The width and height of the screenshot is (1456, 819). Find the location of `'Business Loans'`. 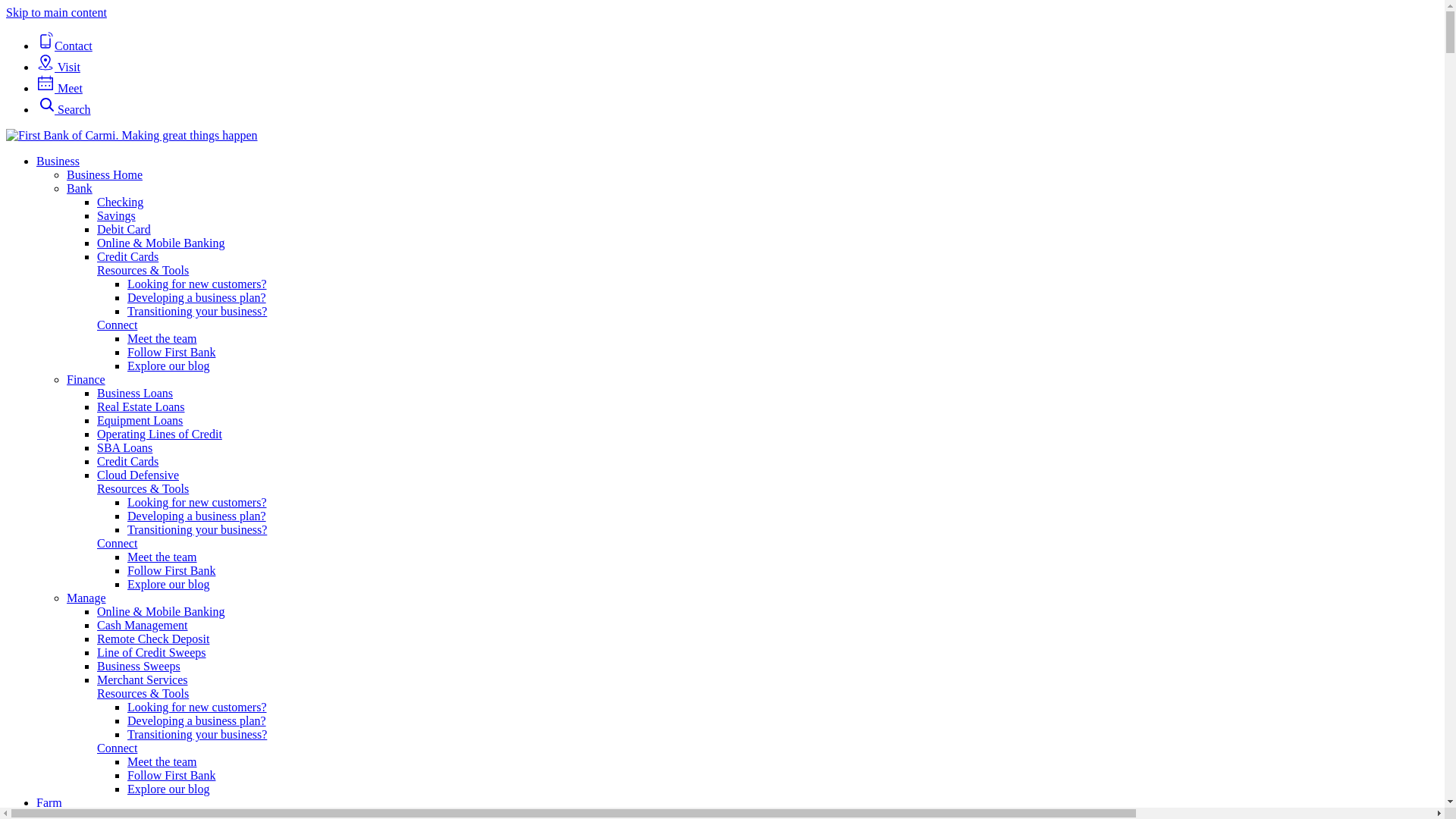

'Business Loans' is located at coordinates (96, 392).